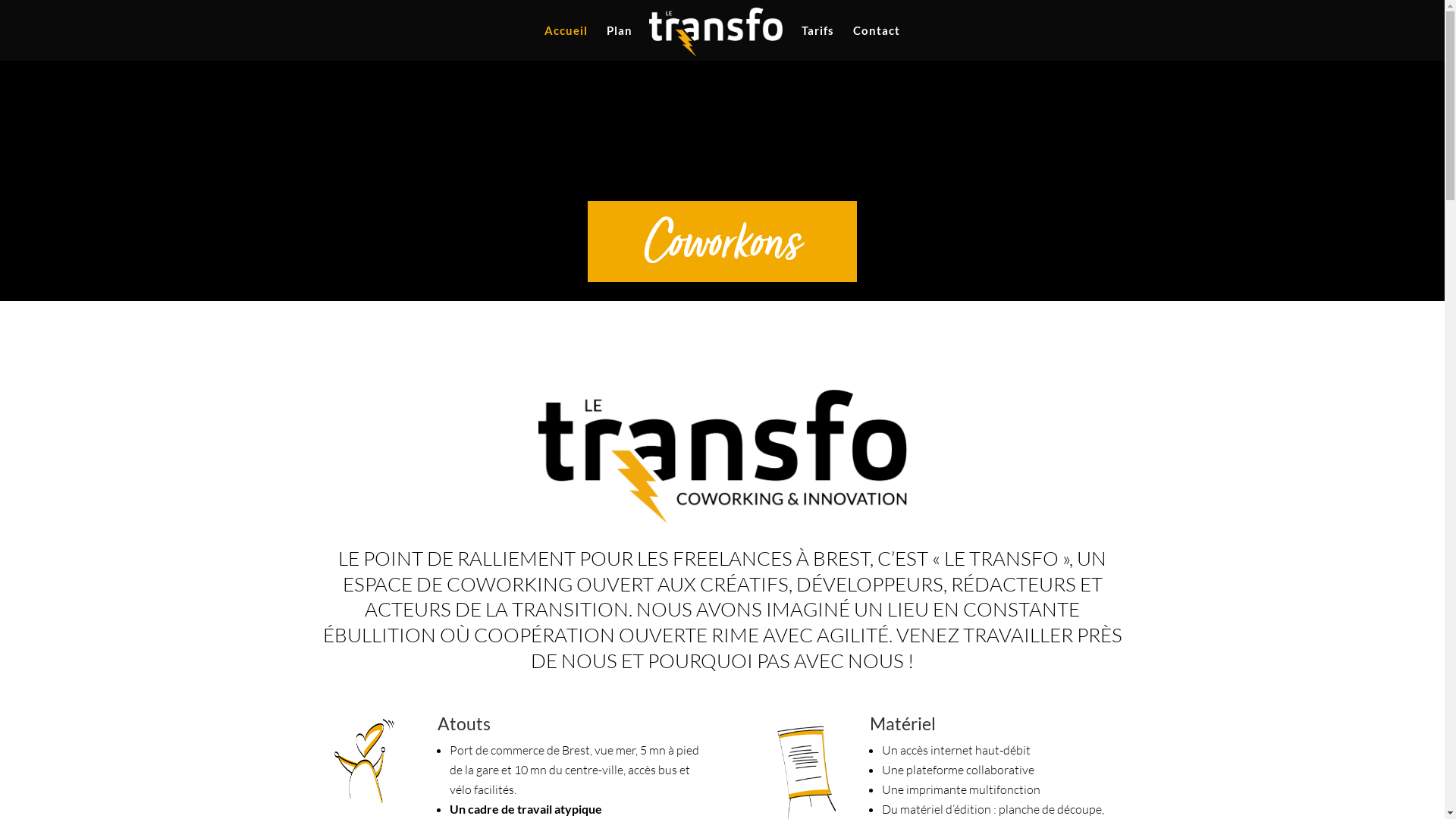 The image size is (1456, 819). I want to click on 'Accueil', so click(565, 42).